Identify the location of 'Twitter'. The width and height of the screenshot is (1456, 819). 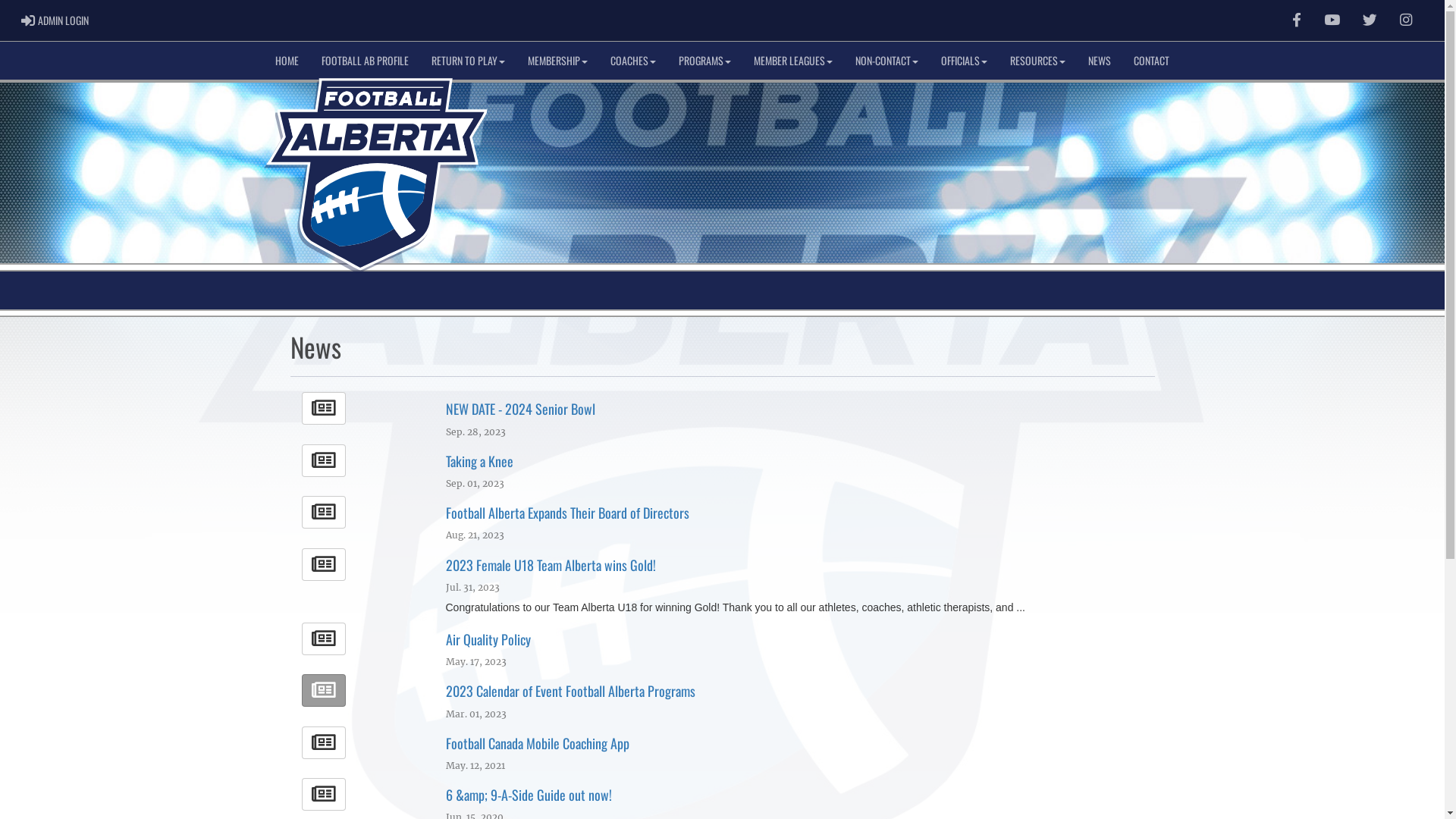
(1370, 20).